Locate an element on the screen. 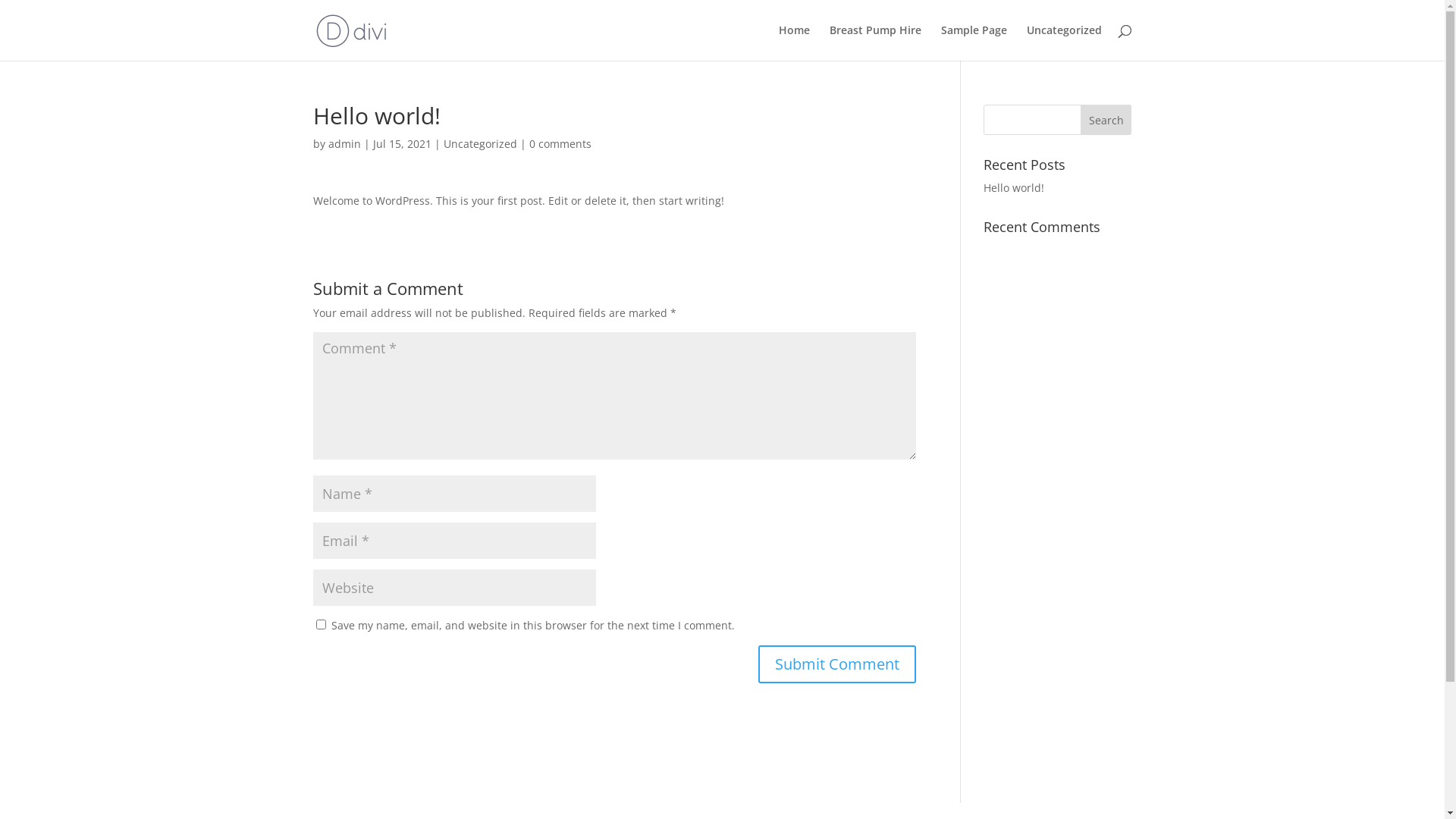 Image resolution: width=1456 pixels, height=819 pixels. '0 comments' is located at coordinates (560, 143).